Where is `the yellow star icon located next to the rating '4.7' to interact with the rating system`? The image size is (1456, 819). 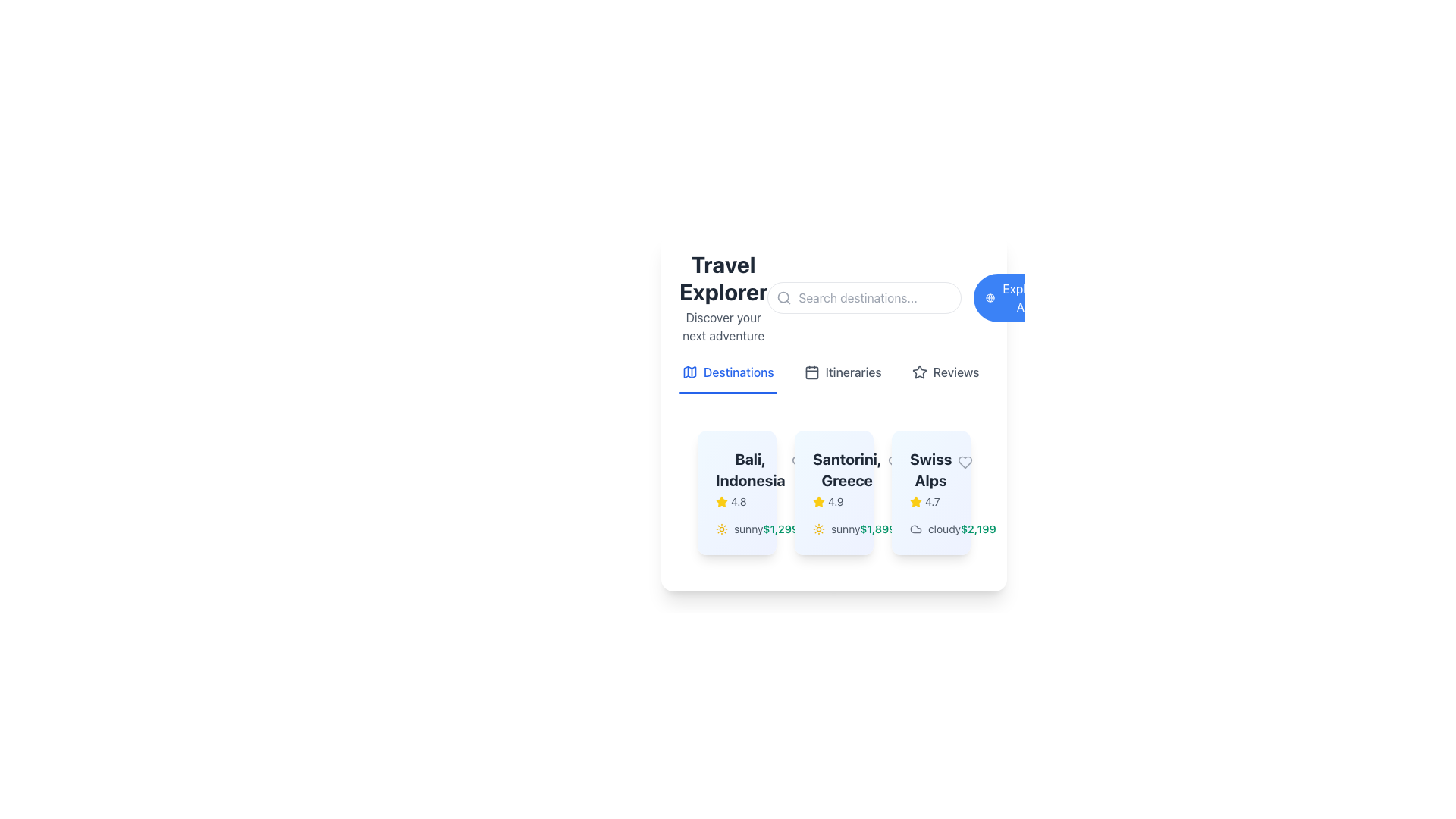
the yellow star icon located next to the rating '4.7' to interact with the rating system is located at coordinates (915, 501).